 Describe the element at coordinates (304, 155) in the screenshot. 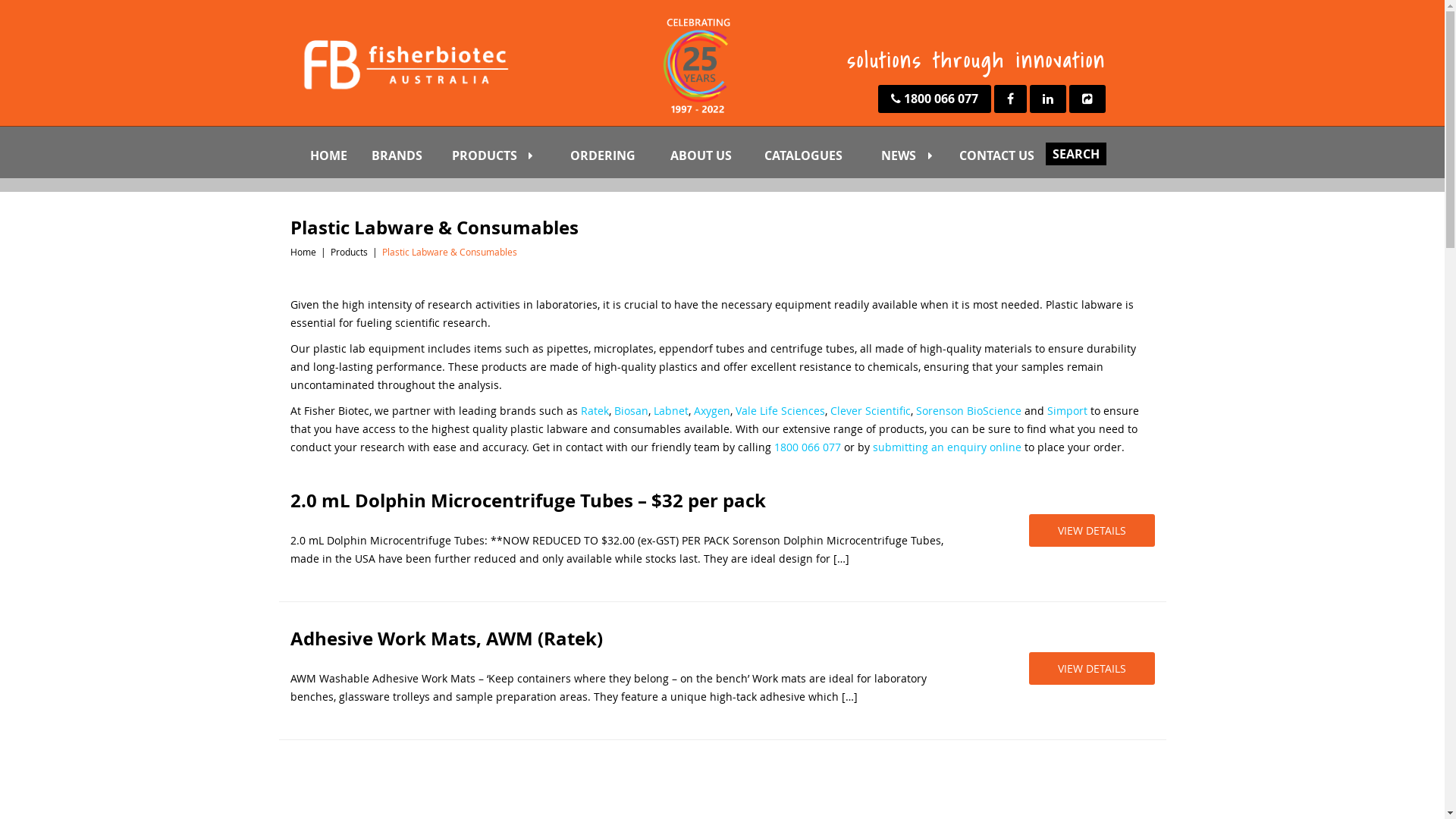

I see `'HOME'` at that location.